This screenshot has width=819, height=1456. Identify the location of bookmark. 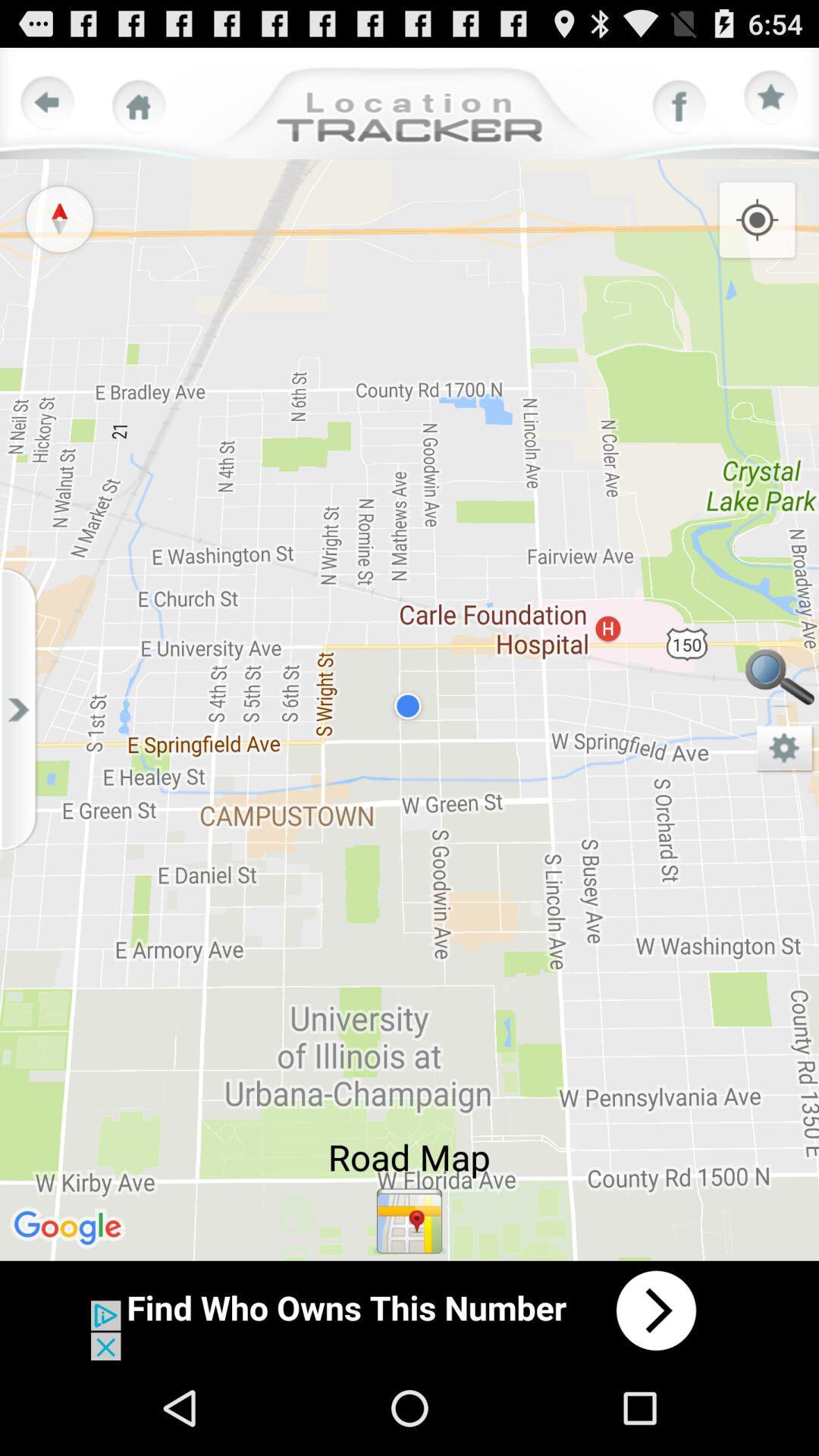
(771, 97).